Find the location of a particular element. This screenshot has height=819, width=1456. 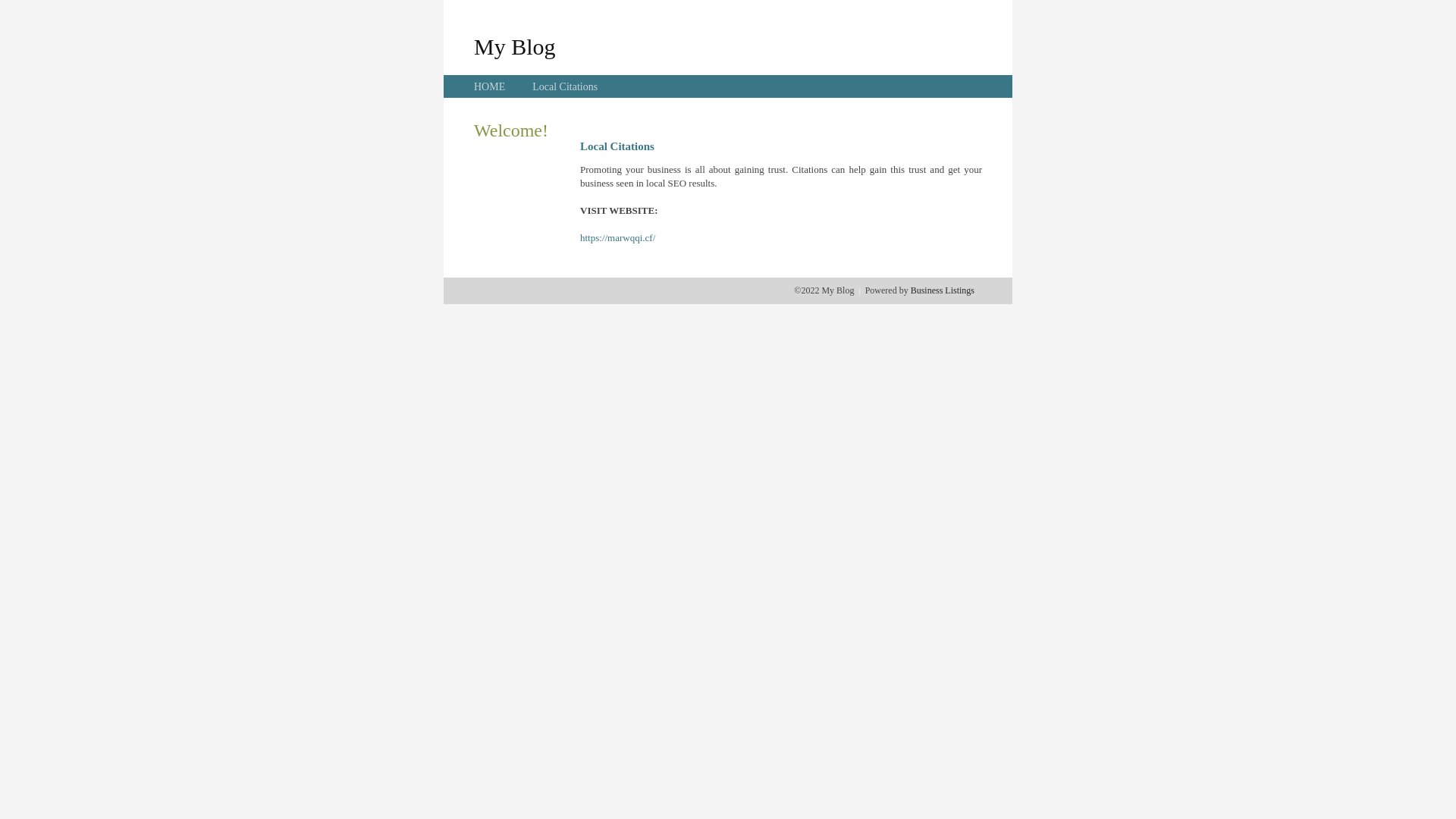

'My Blog' is located at coordinates (514, 45).